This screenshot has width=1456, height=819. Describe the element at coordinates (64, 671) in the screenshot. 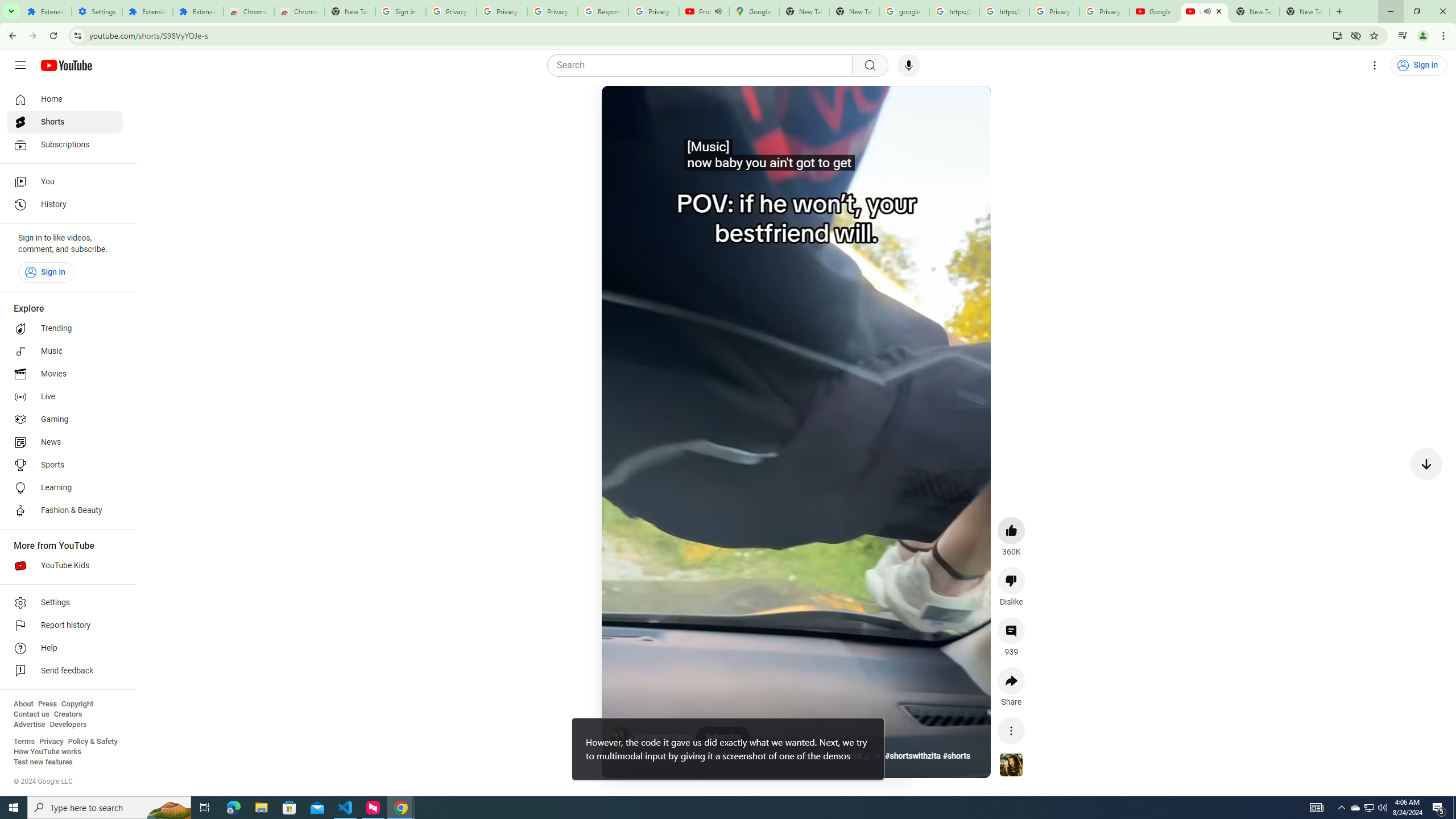

I see `'Send feedback'` at that location.